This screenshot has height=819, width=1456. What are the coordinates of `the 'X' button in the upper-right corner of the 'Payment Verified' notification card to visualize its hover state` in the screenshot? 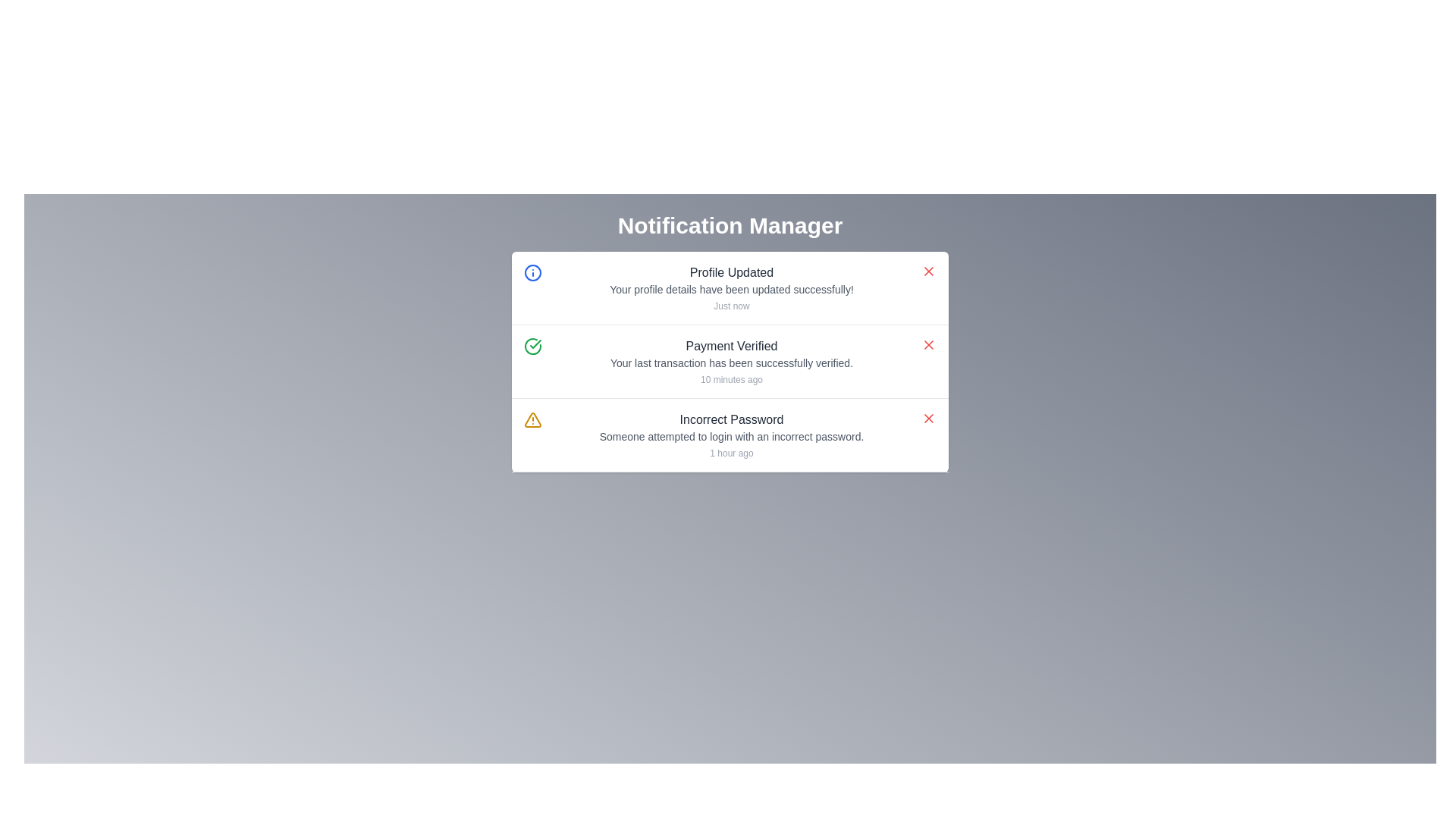 It's located at (927, 345).